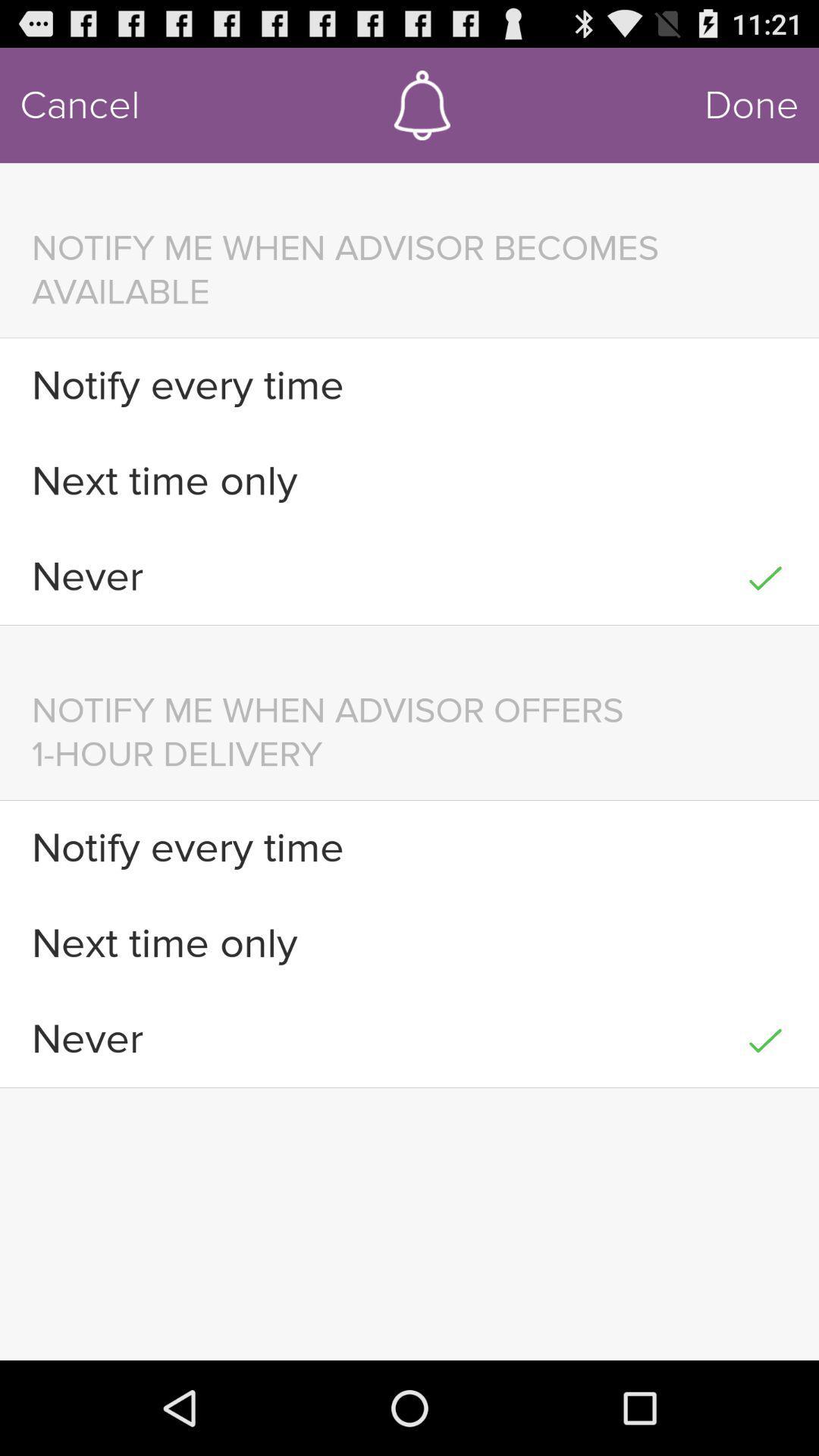 The width and height of the screenshot is (819, 1456). What do you see at coordinates (80, 105) in the screenshot?
I see `the cancel at the top left corner` at bounding box center [80, 105].